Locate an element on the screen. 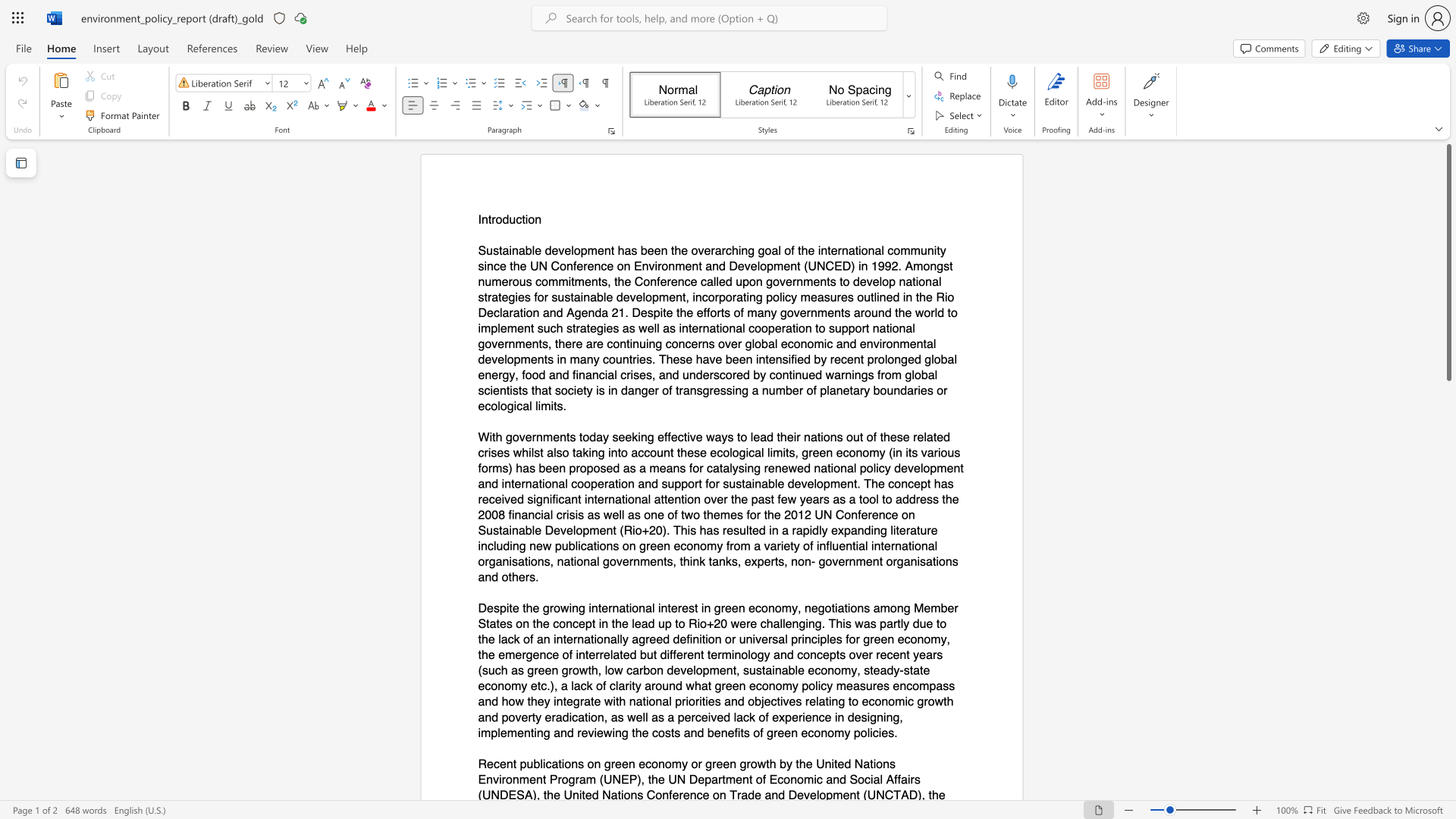 This screenshot has height=819, width=1456. the scrollbar to adjust the page downward is located at coordinates (1448, 598).